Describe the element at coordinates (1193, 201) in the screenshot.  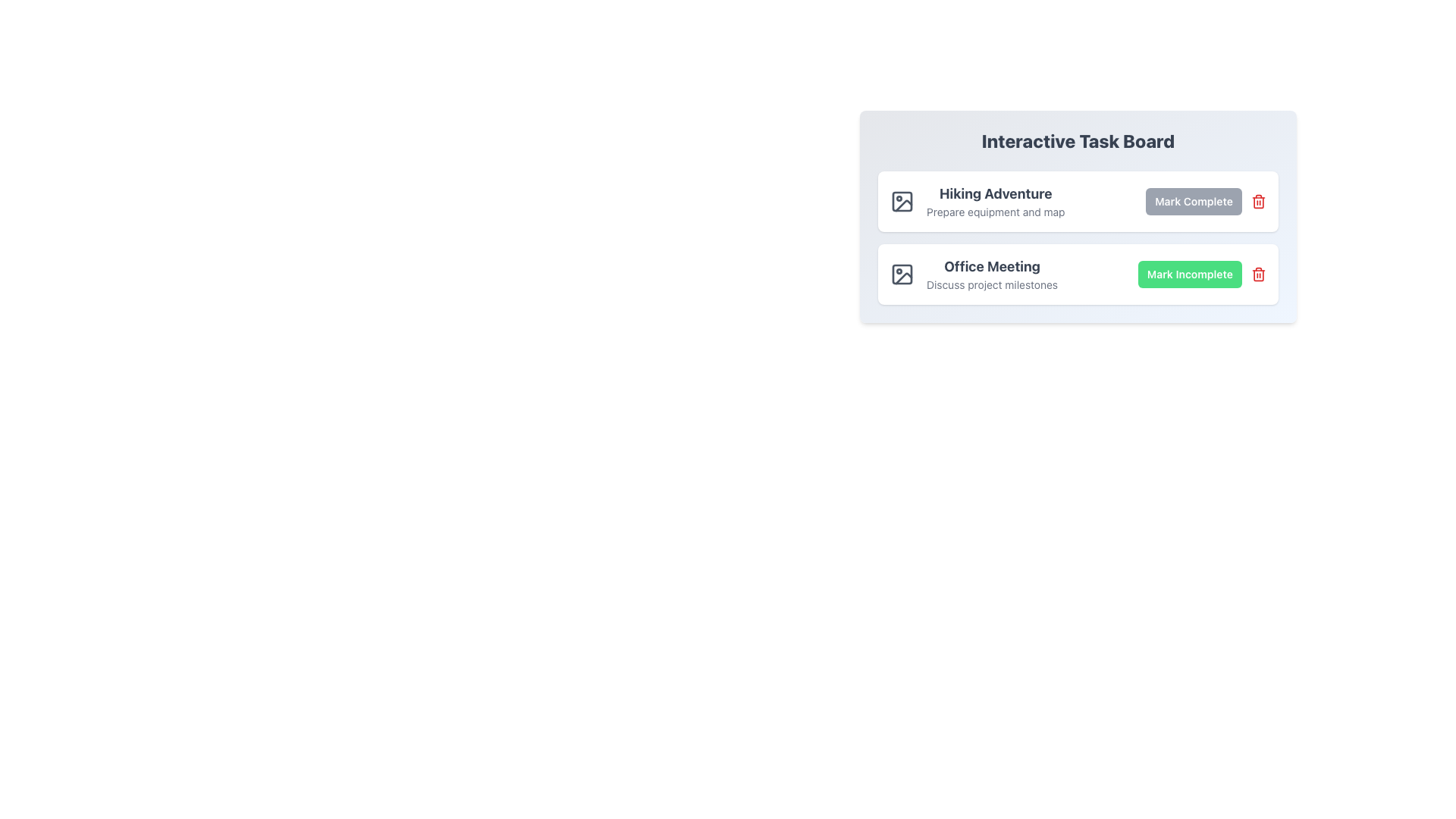
I see `the 'Mark Complete' button, which is a rounded rectangular button with gray background and white bold text, located on the right side of the 'Hiking Adventure' task entry` at that location.